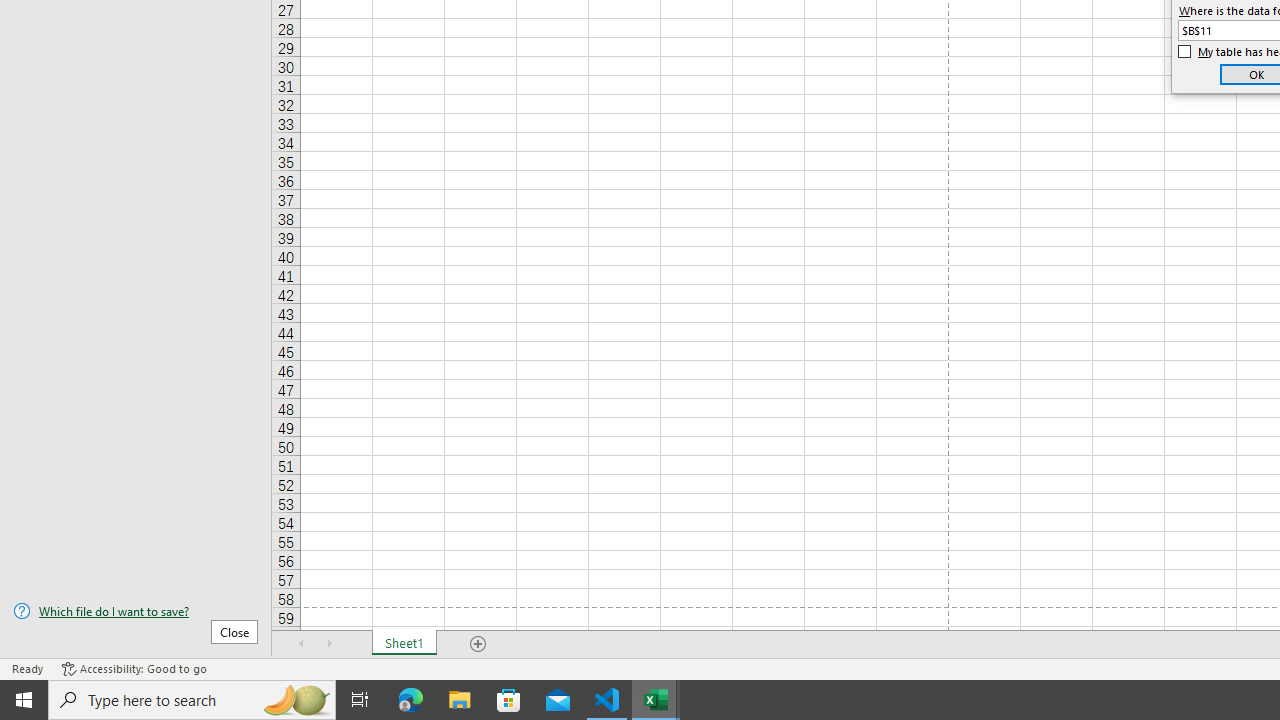 This screenshot has width=1280, height=720. Describe the element at coordinates (133, 669) in the screenshot. I see `'Accessibility Checker Accessibility: Good to go'` at that location.